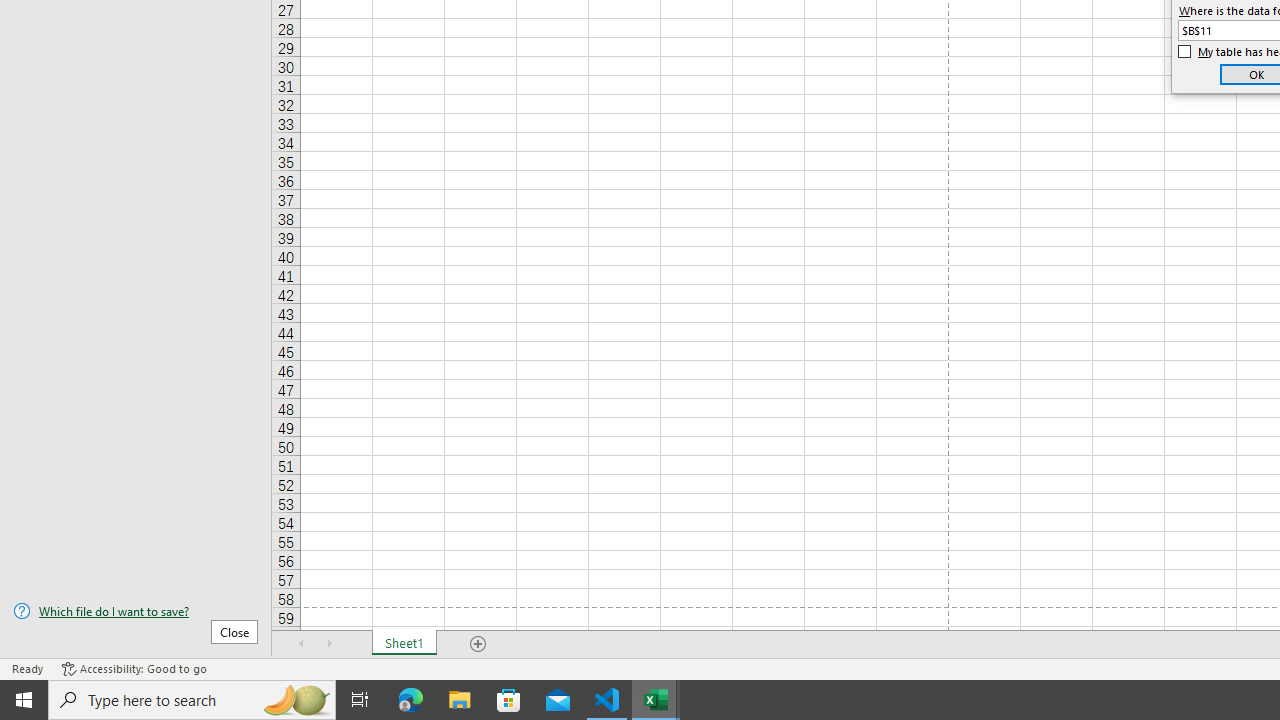 This screenshot has width=1280, height=720. Describe the element at coordinates (133, 669) in the screenshot. I see `'Accessibility Checker Accessibility: Good to go'` at that location.